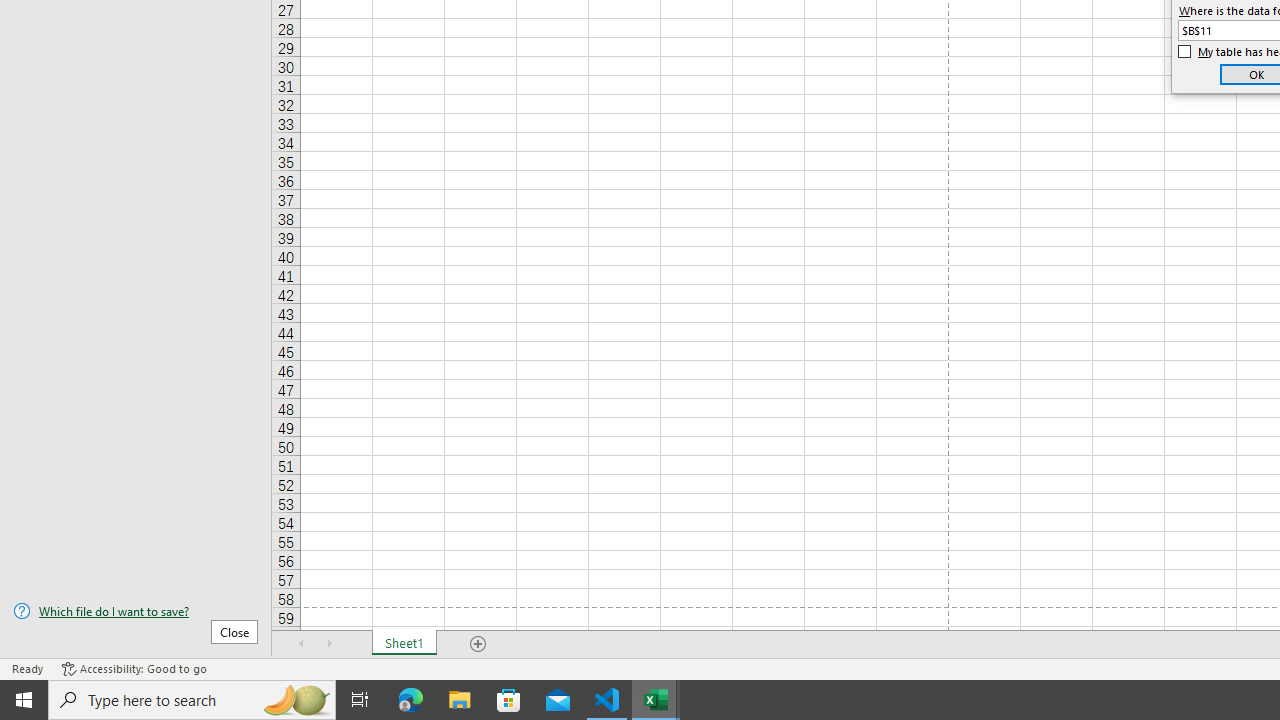 This screenshot has width=1280, height=720. Describe the element at coordinates (133, 669) in the screenshot. I see `'Accessibility Checker Accessibility: Good to go'` at that location.